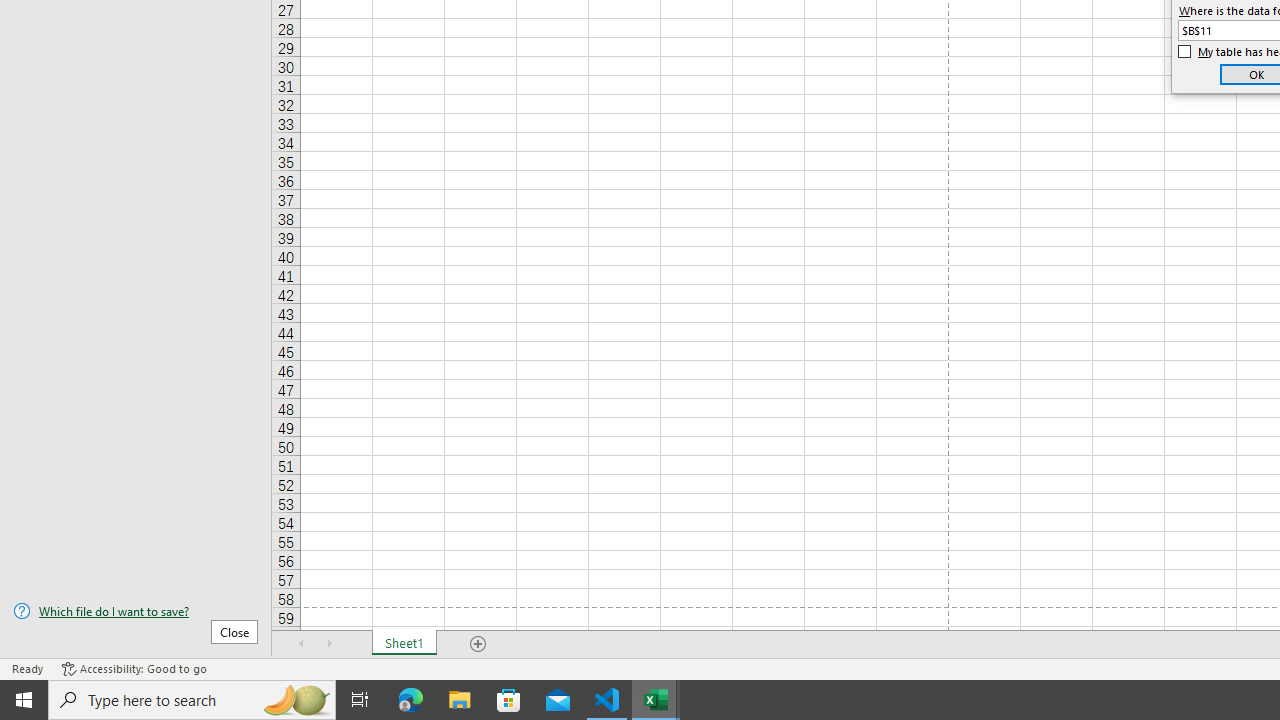 This screenshot has width=1280, height=720. Describe the element at coordinates (133, 669) in the screenshot. I see `'Accessibility Checker Accessibility: Good to go'` at that location.